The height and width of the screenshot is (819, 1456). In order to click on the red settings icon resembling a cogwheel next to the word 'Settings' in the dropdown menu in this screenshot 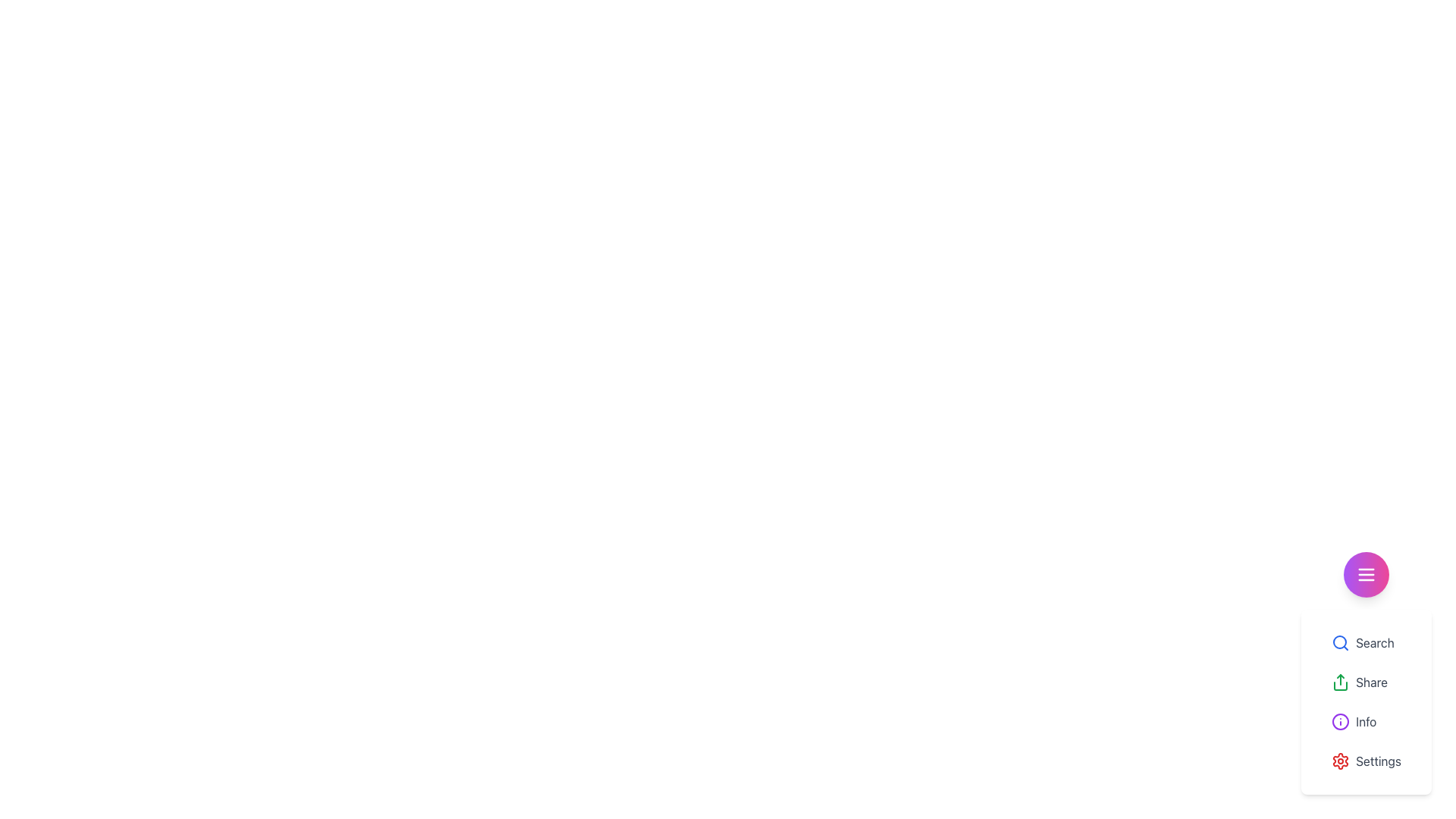, I will do `click(1341, 761)`.